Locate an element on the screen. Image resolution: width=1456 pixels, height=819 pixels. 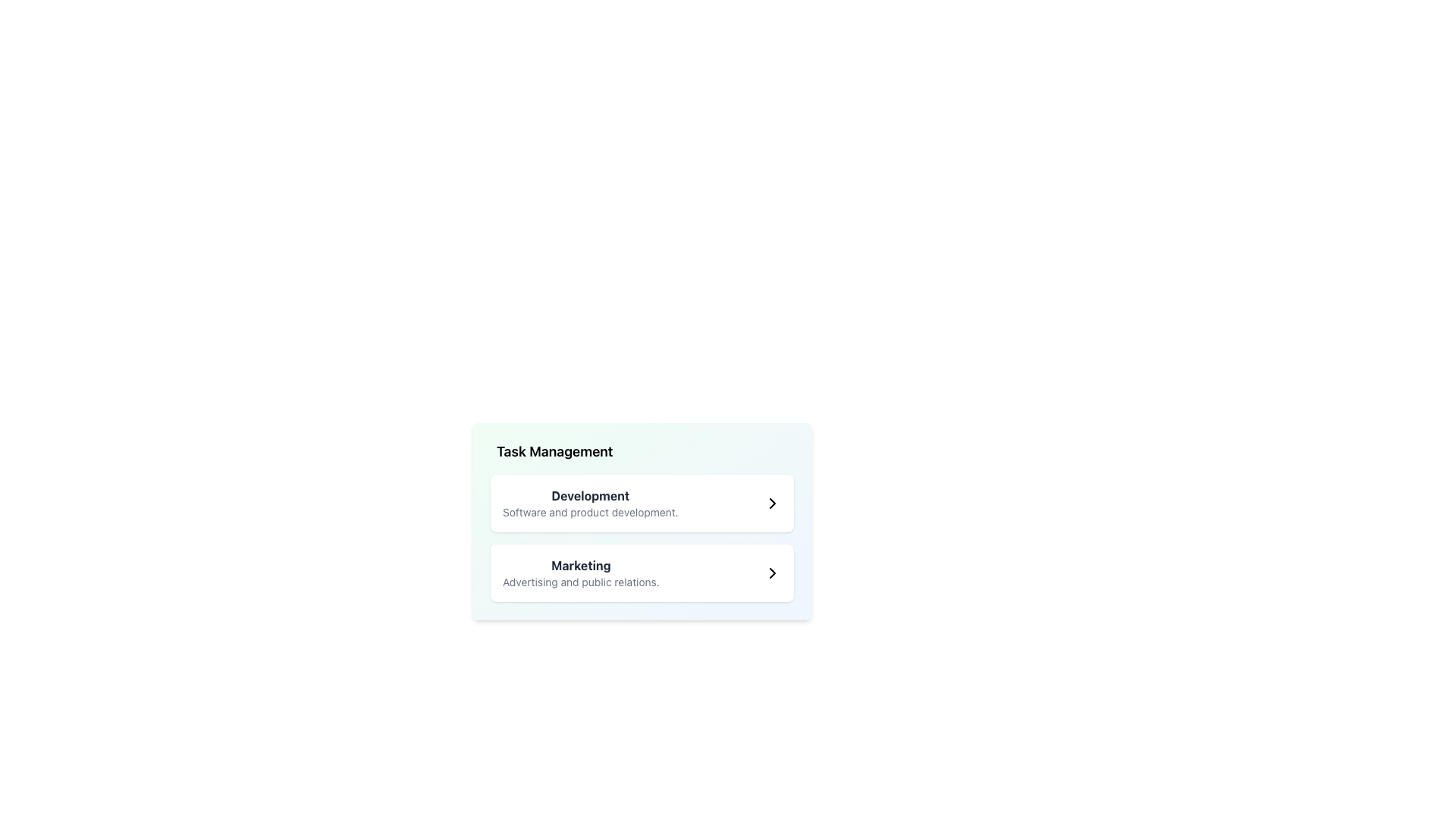
the Text Label that serves as the title for the 'Task Management' section, located at the top left corner of the card-like component is located at coordinates (554, 451).